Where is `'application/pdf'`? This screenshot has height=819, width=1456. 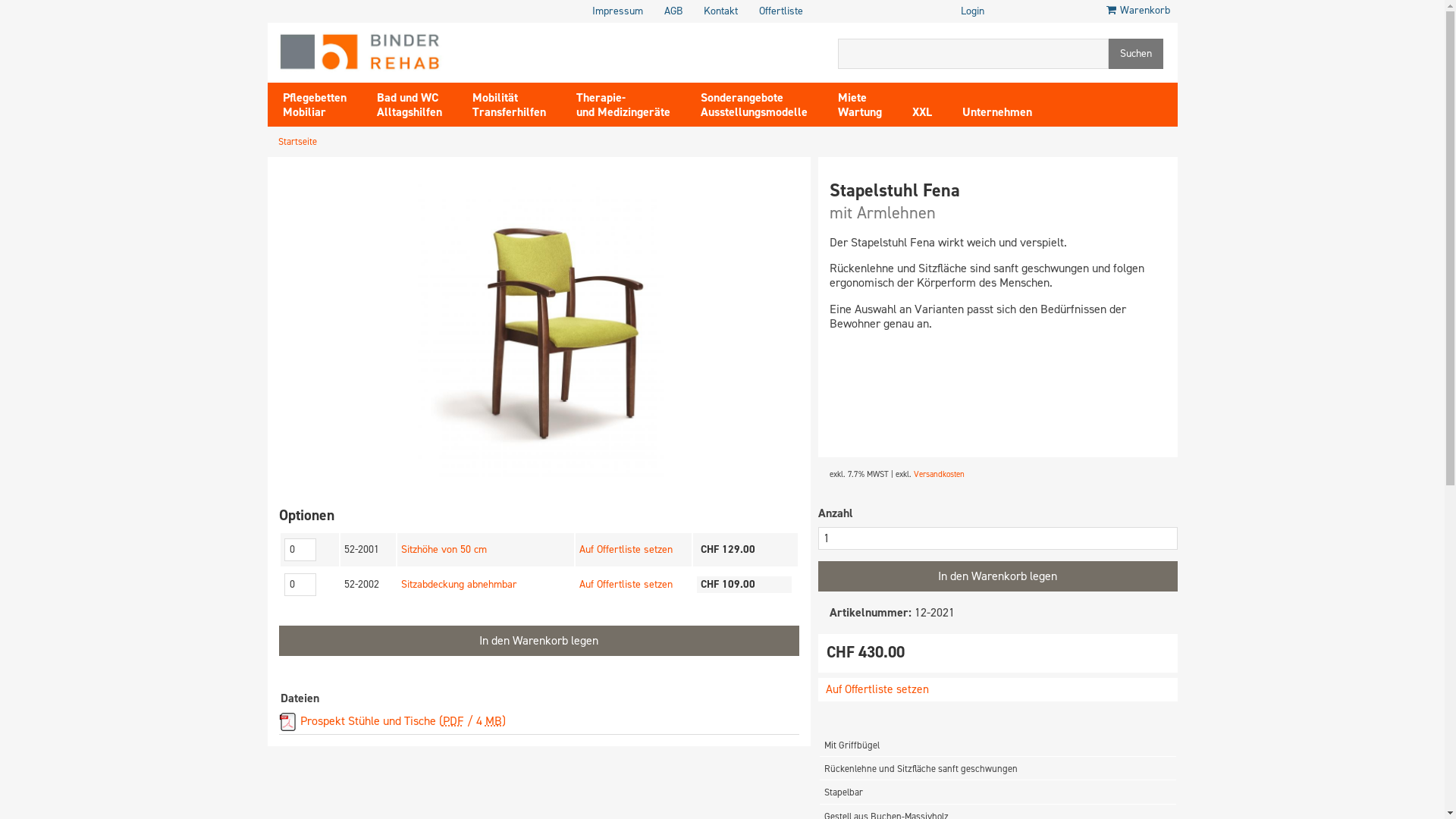 'application/pdf' is located at coordinates (287, 721).